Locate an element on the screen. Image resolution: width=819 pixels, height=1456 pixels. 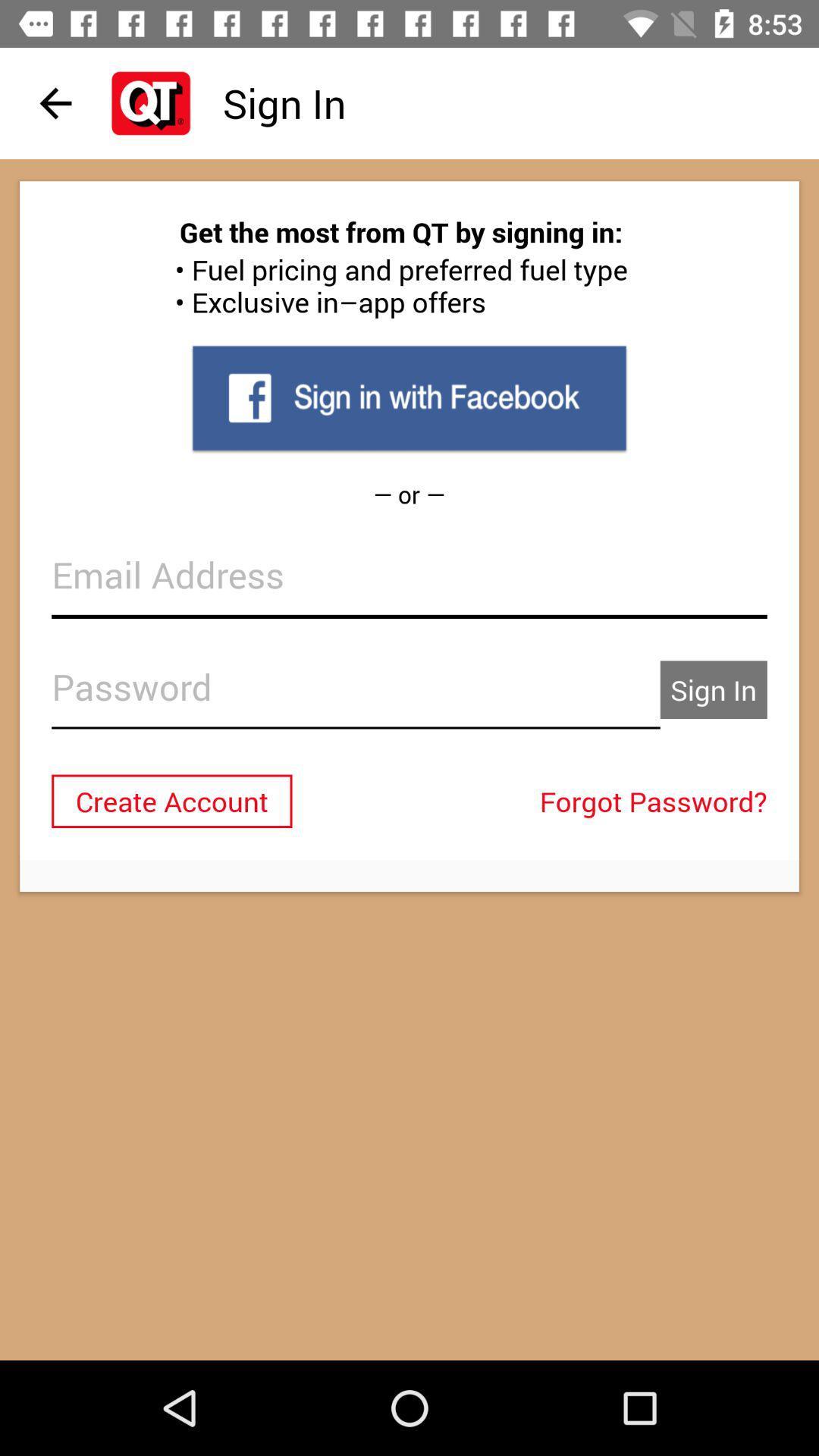
forgot password? icon is located at coordinates (657, 800).